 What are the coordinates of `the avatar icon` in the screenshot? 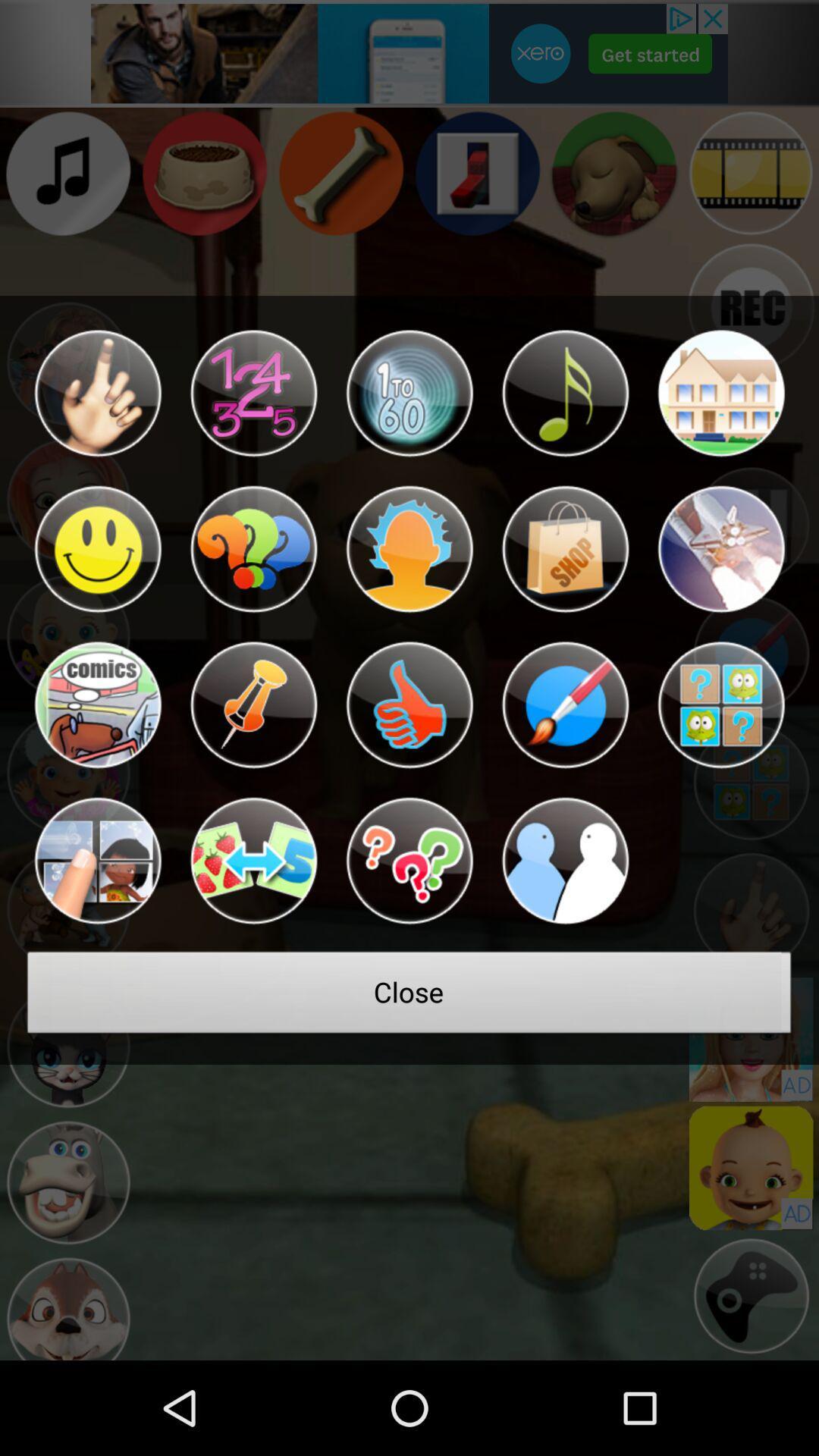 It's located at (409, 587).